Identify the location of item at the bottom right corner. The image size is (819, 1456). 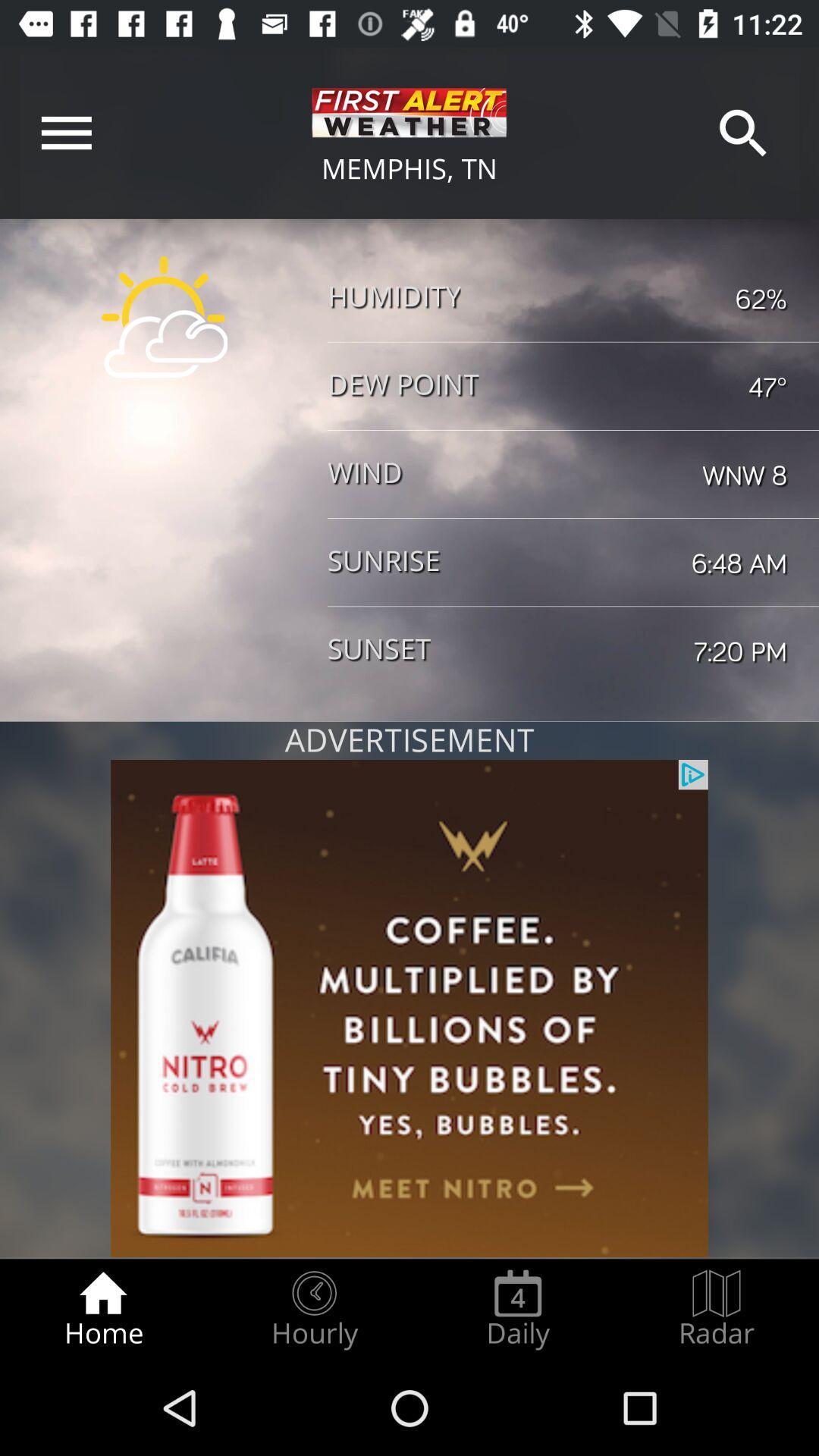
(717, 1309).